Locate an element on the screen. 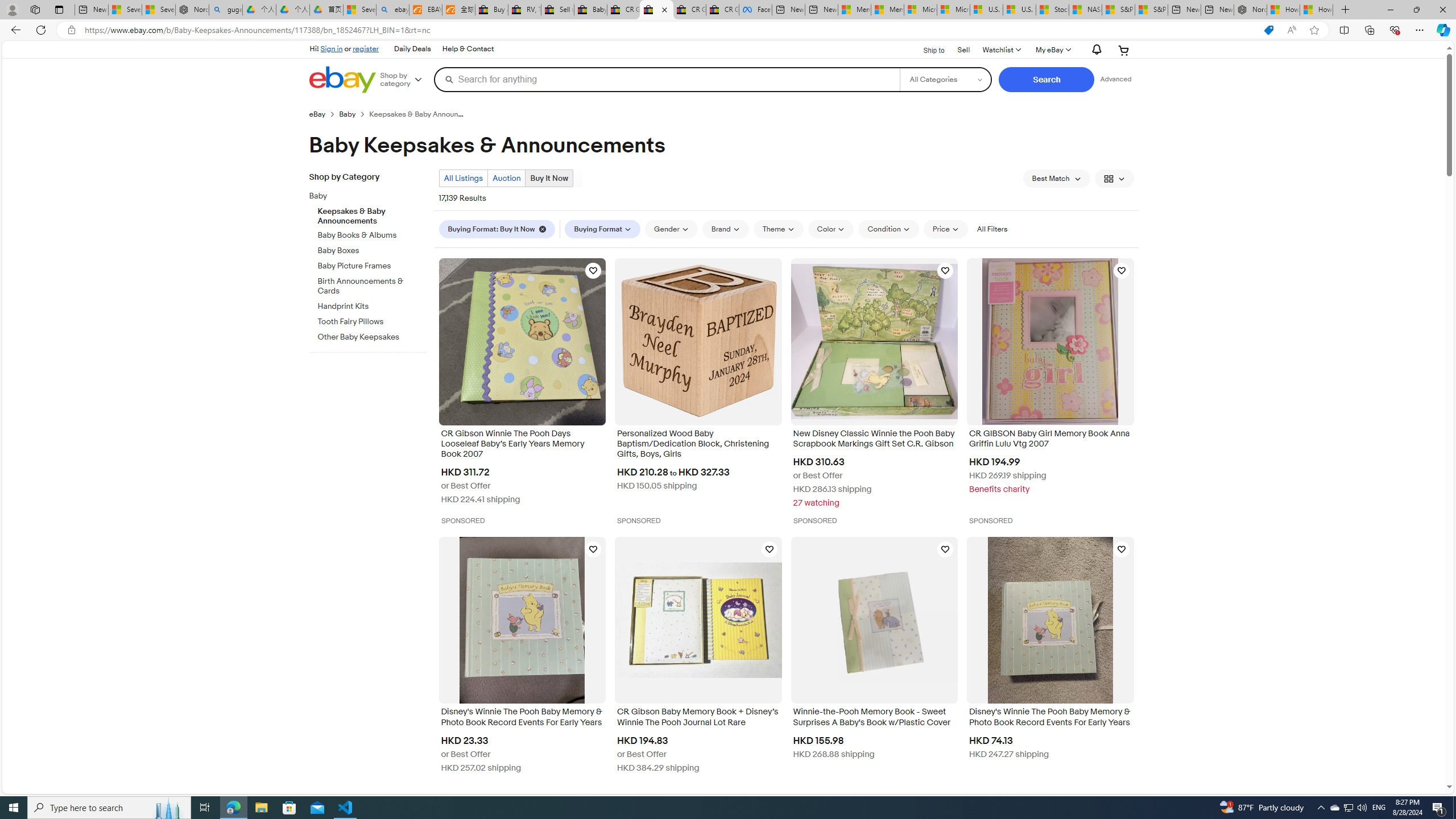 The image size is (1456, 819). 'WatchlistExpand Watch List' is located at coordinates (1001, 49).